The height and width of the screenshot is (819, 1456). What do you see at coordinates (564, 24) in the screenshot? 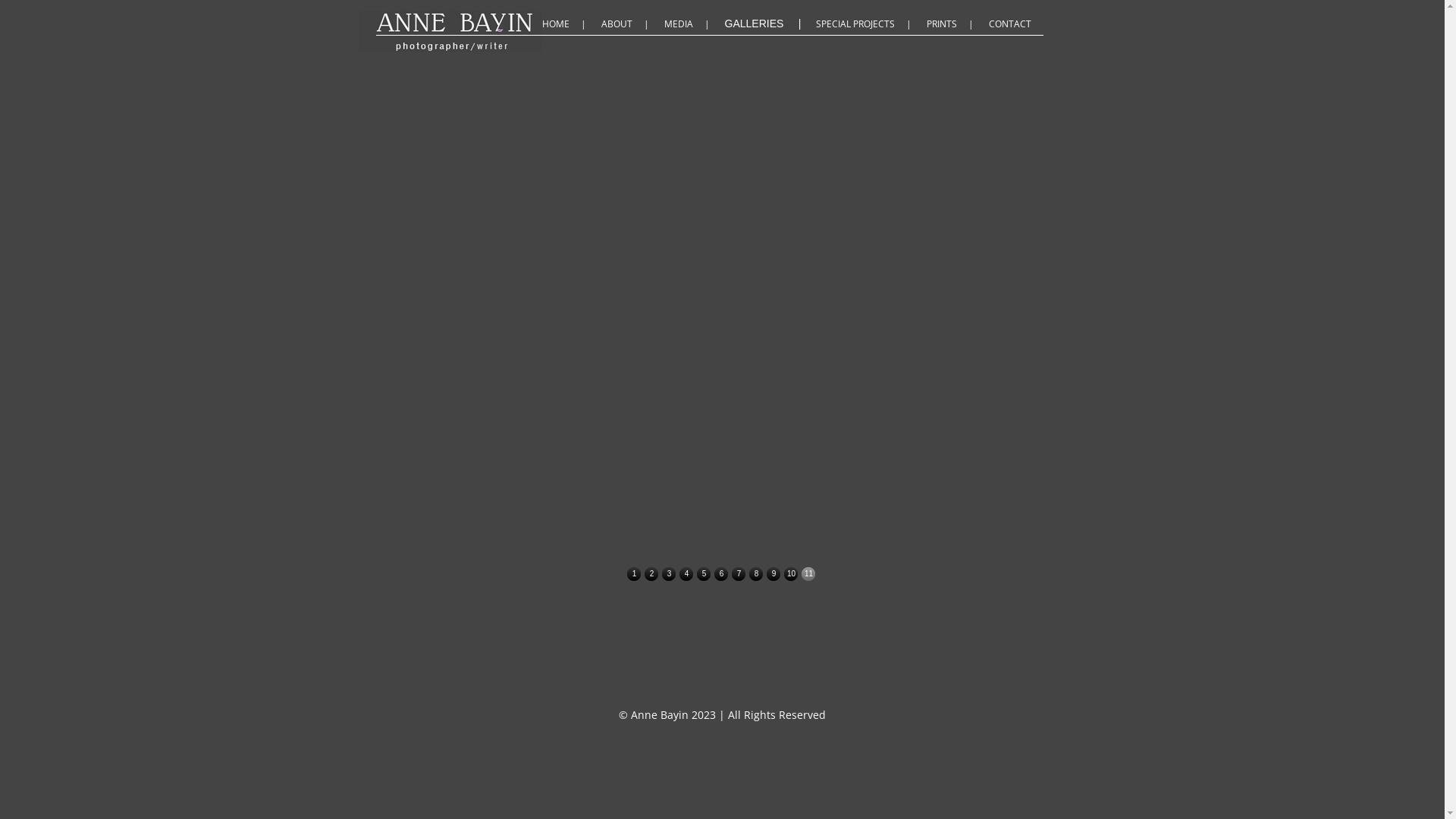
I see `'HOME'` at bounding box center [564, 24].